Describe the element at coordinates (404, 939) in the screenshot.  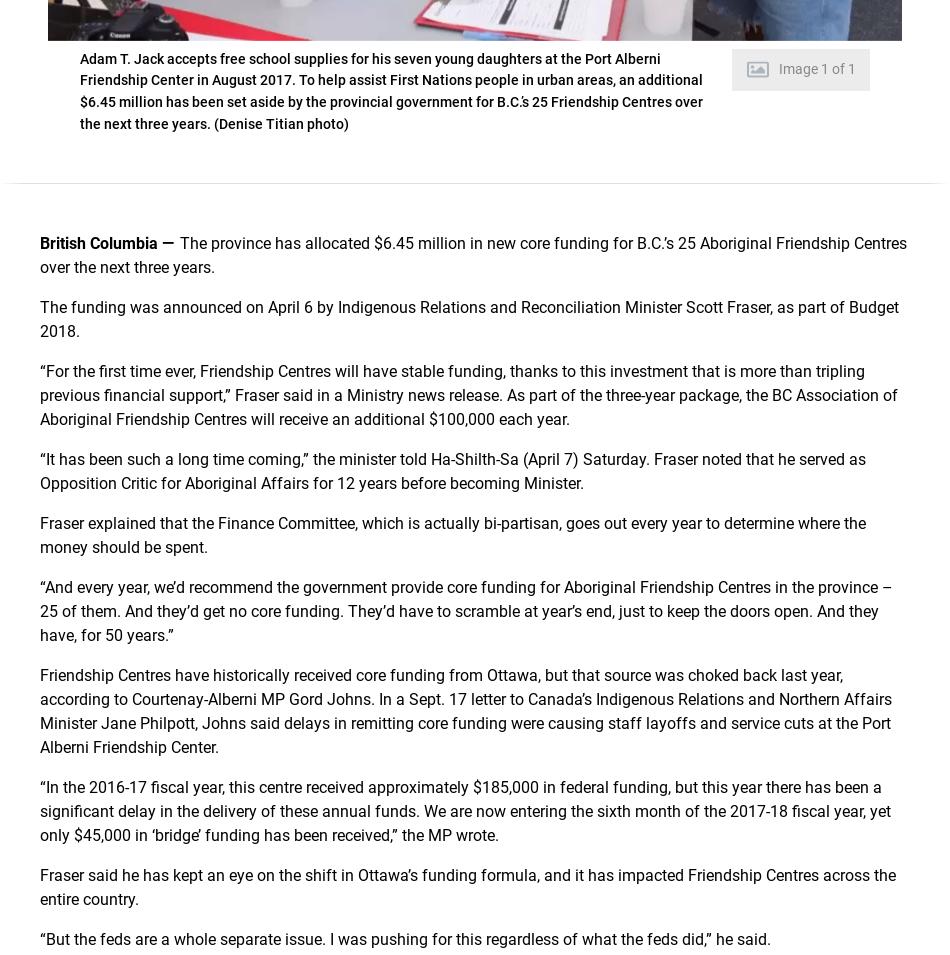
I see `'“But the feds are a whole separate issue. I was pushing for this regardless of what the feds did,” he said.'` at that location.